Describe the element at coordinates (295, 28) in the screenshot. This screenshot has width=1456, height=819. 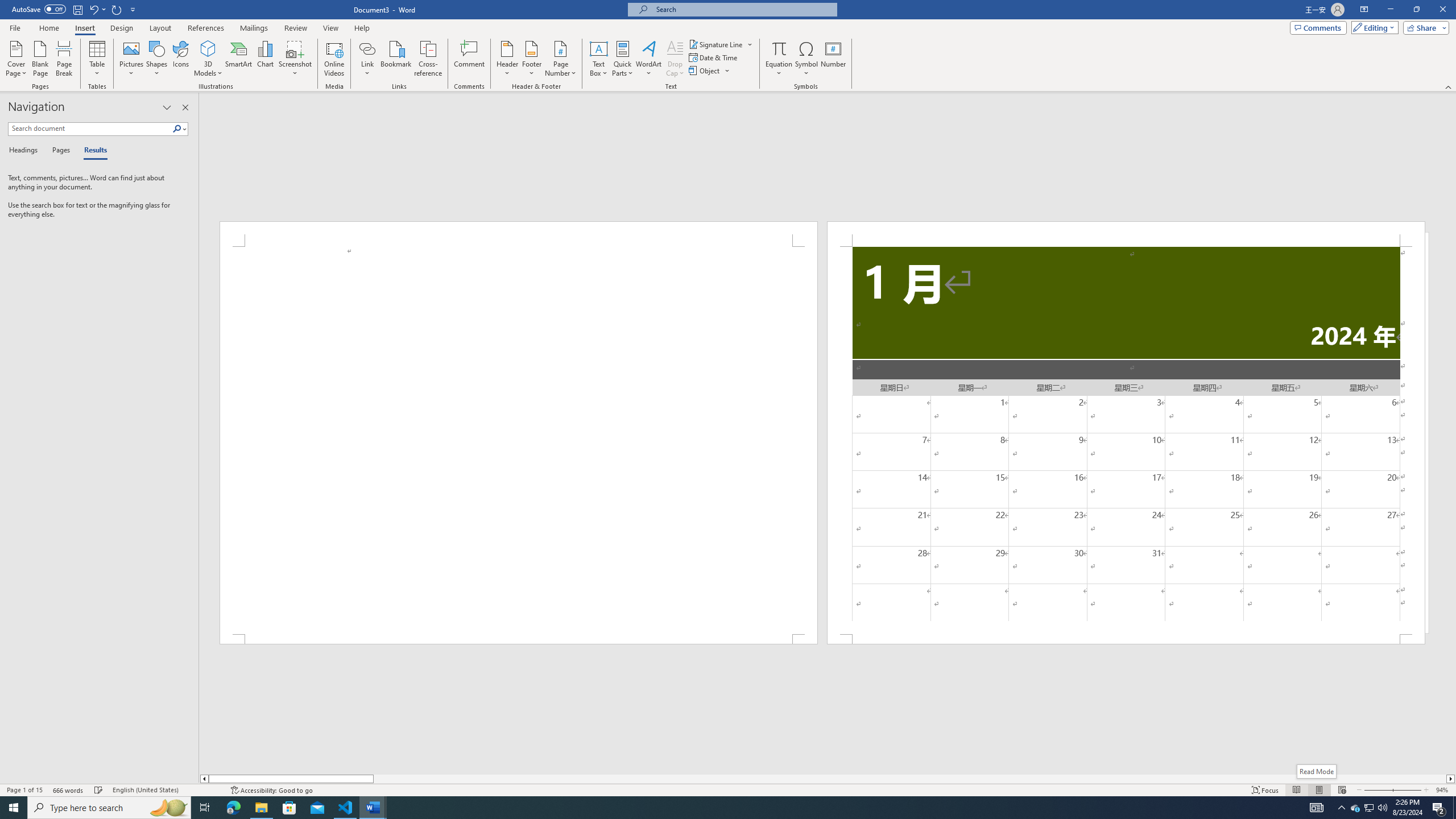
I see `'Review'` at that location.